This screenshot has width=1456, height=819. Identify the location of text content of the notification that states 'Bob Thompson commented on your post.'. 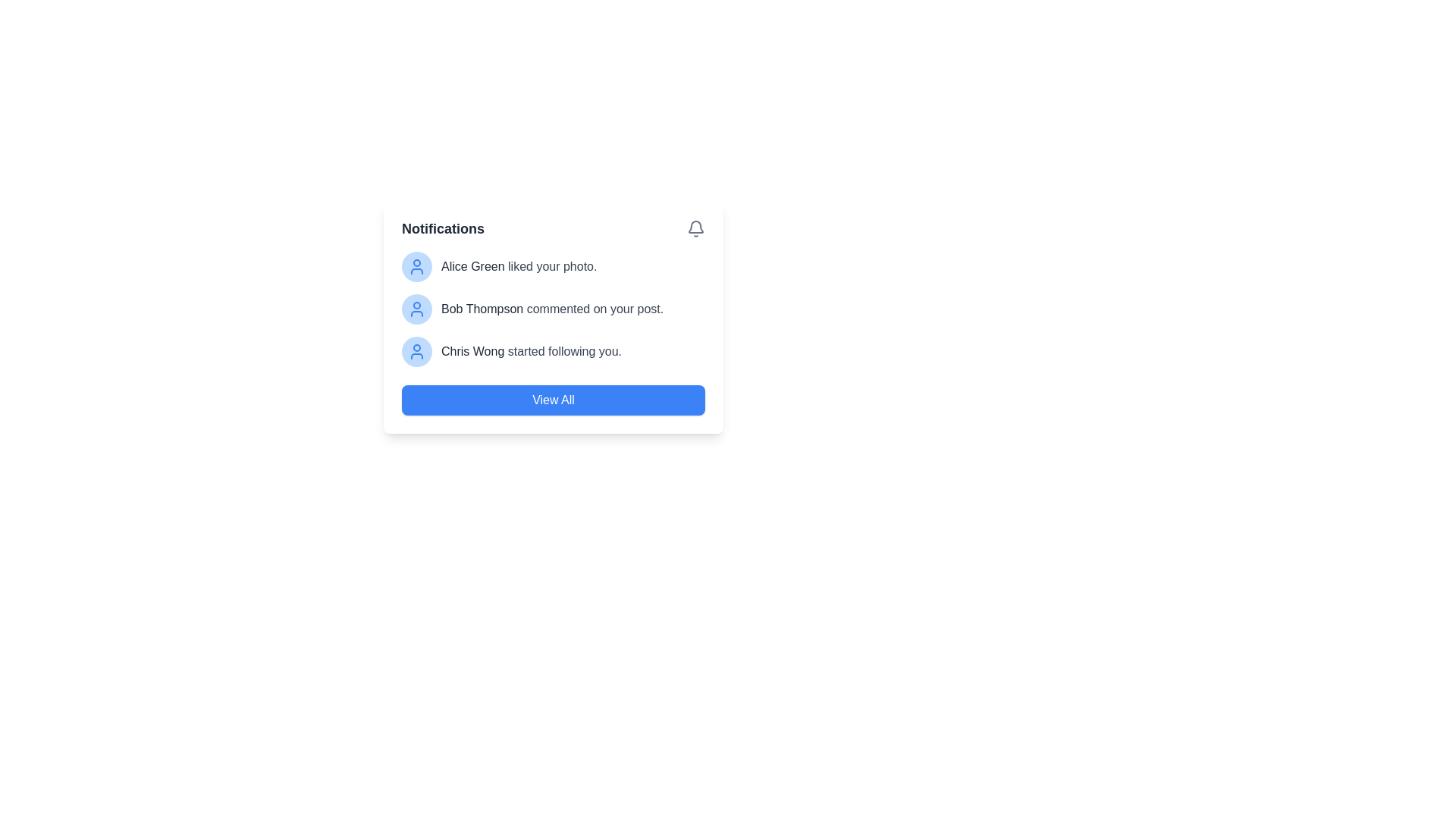
(551, 309).